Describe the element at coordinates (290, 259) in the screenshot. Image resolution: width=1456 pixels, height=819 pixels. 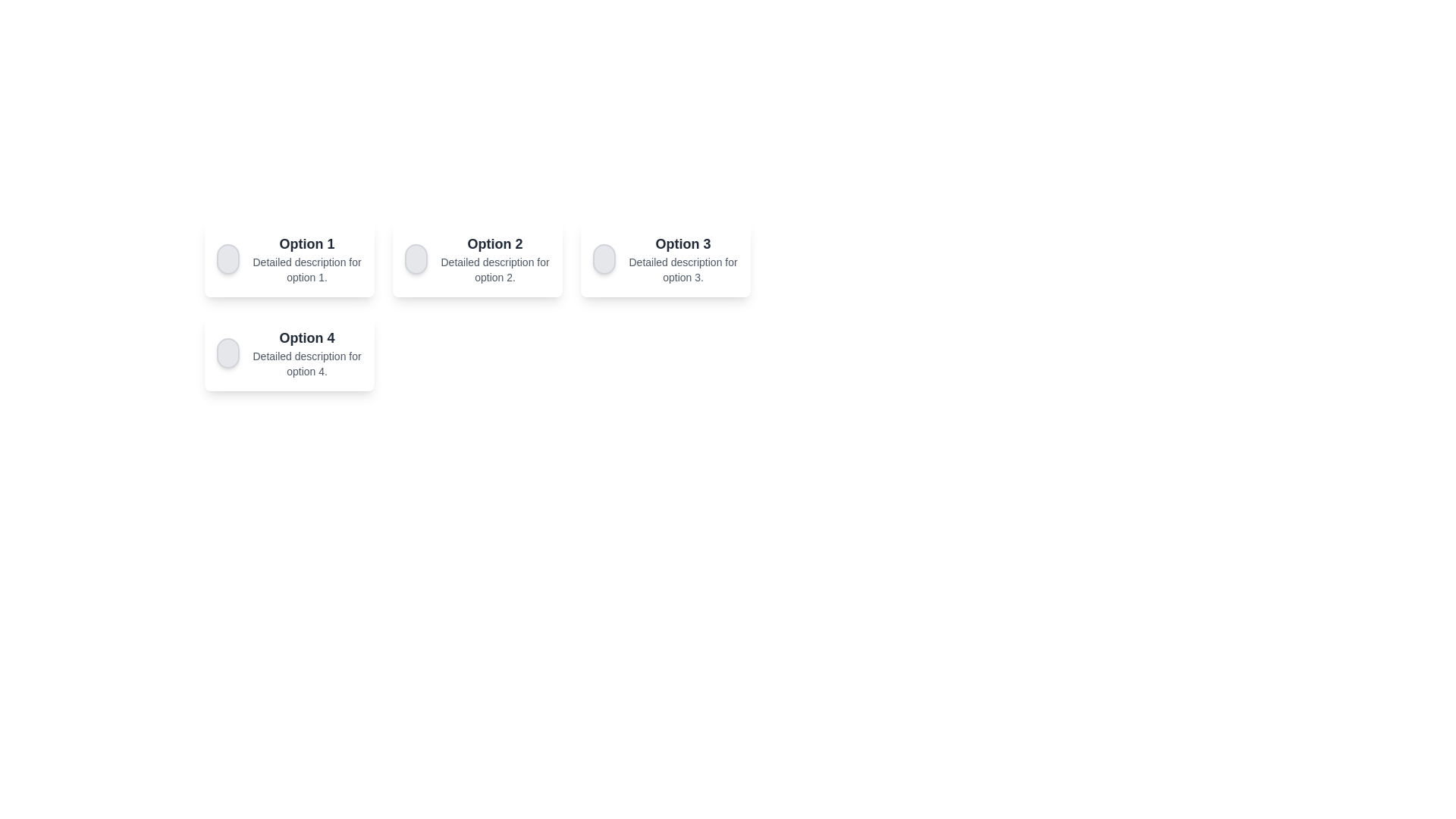
I see `the top-left list item with an icon and text, which provides a detailed description for option 1` at that location.